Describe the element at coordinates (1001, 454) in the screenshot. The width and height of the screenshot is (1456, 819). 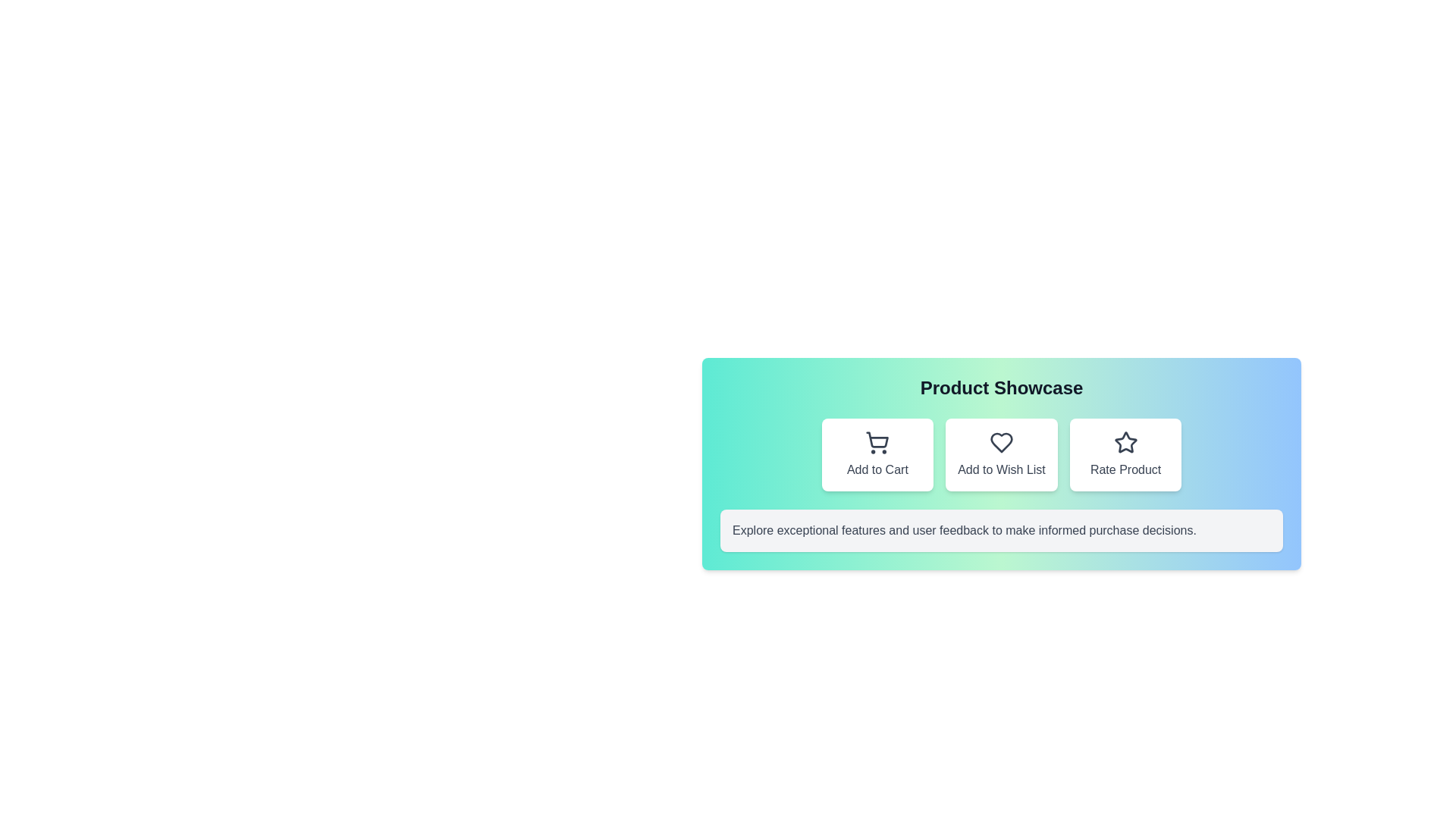
I see `the 'Add to Wish List' button, which is a rectangular button with a white background and a heart icon above the text` at that location.